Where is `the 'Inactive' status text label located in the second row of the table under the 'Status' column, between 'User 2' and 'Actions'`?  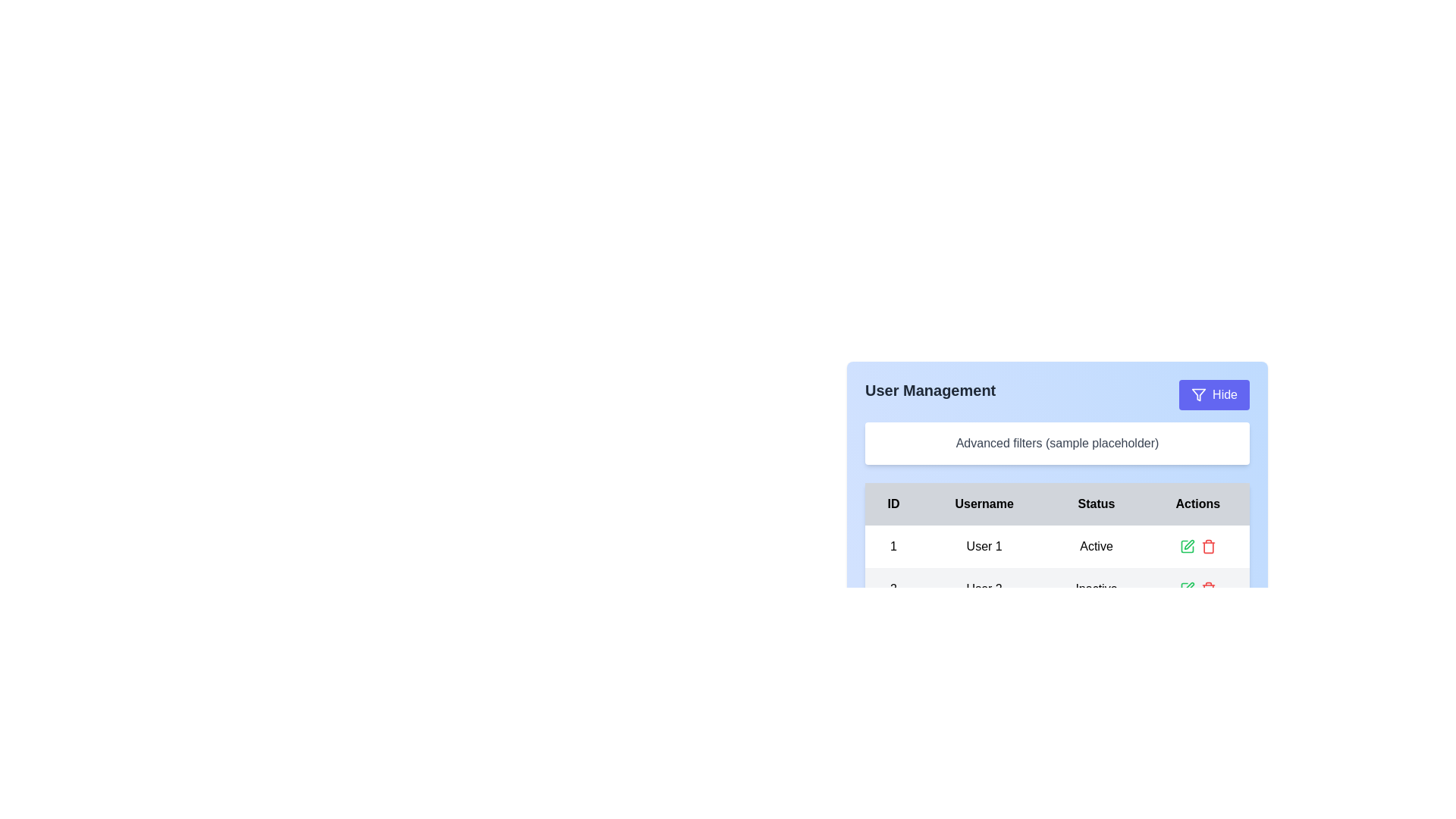 the 'Inactive' status text label located in the second row of the table under the 'Status' column, between 'User 2' and 'Actions' is located at coordinates (1096, 588).